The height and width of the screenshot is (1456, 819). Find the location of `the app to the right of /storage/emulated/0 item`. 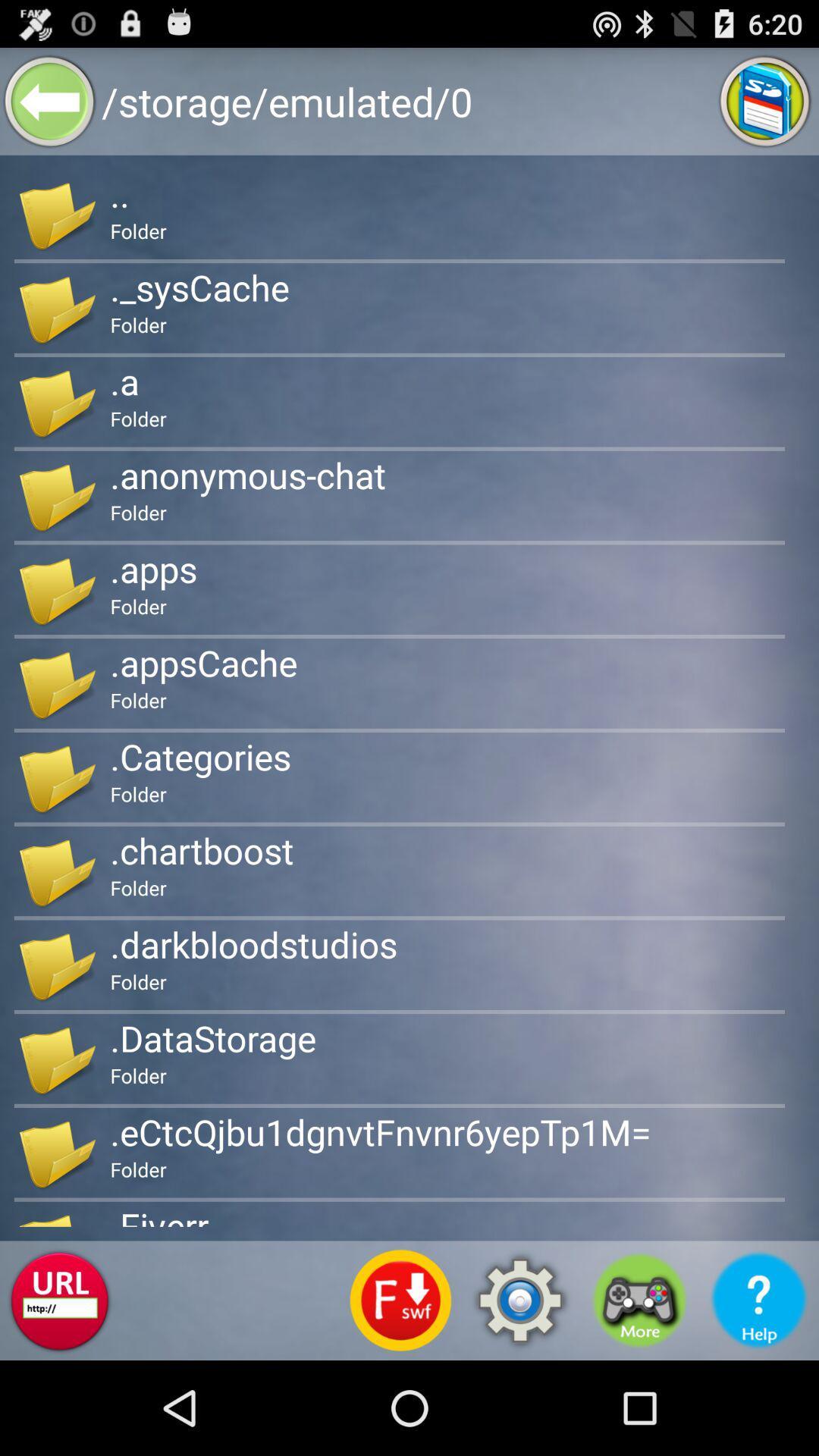

the app to the right of /storage/emulated/0 item is located at coordinates (765, 100).